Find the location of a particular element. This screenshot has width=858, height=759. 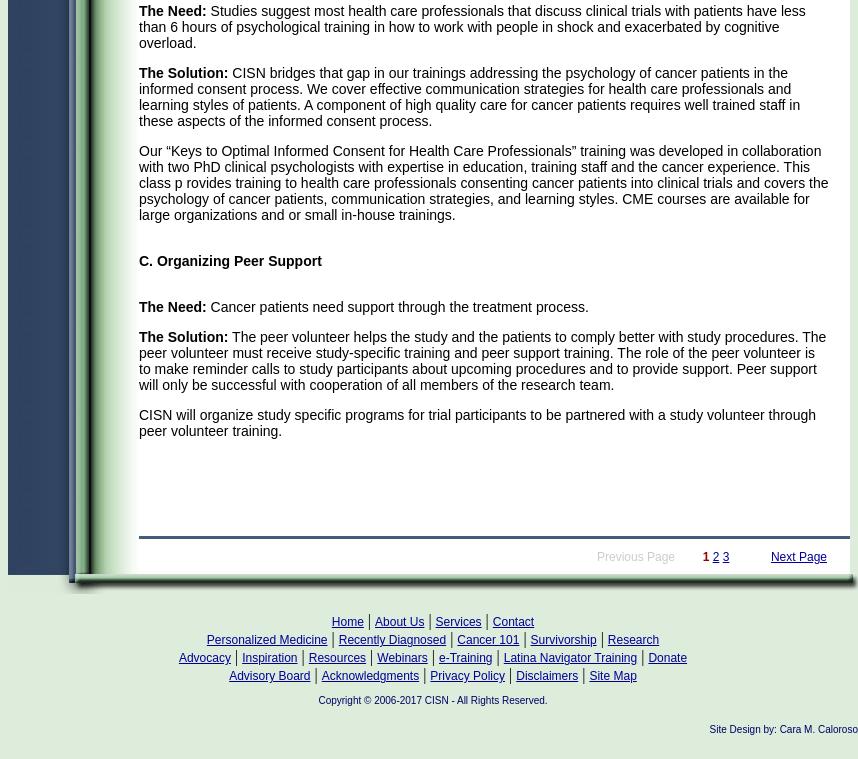

'Our “Keys to Optimal Informed Consent for Health Care Professionals” training was developed in collaboration with two PhD clinical psychologists with expertise in education, training staff and the cancer experience. This class p rovides training to health care professionals consenting cancer patients into clinical trials and covers the psychology of cancer patients, communication strategies, and learning styles. CME courses are available for large organizations and or small in-house trainings.' is located at coordinates (482, 182).